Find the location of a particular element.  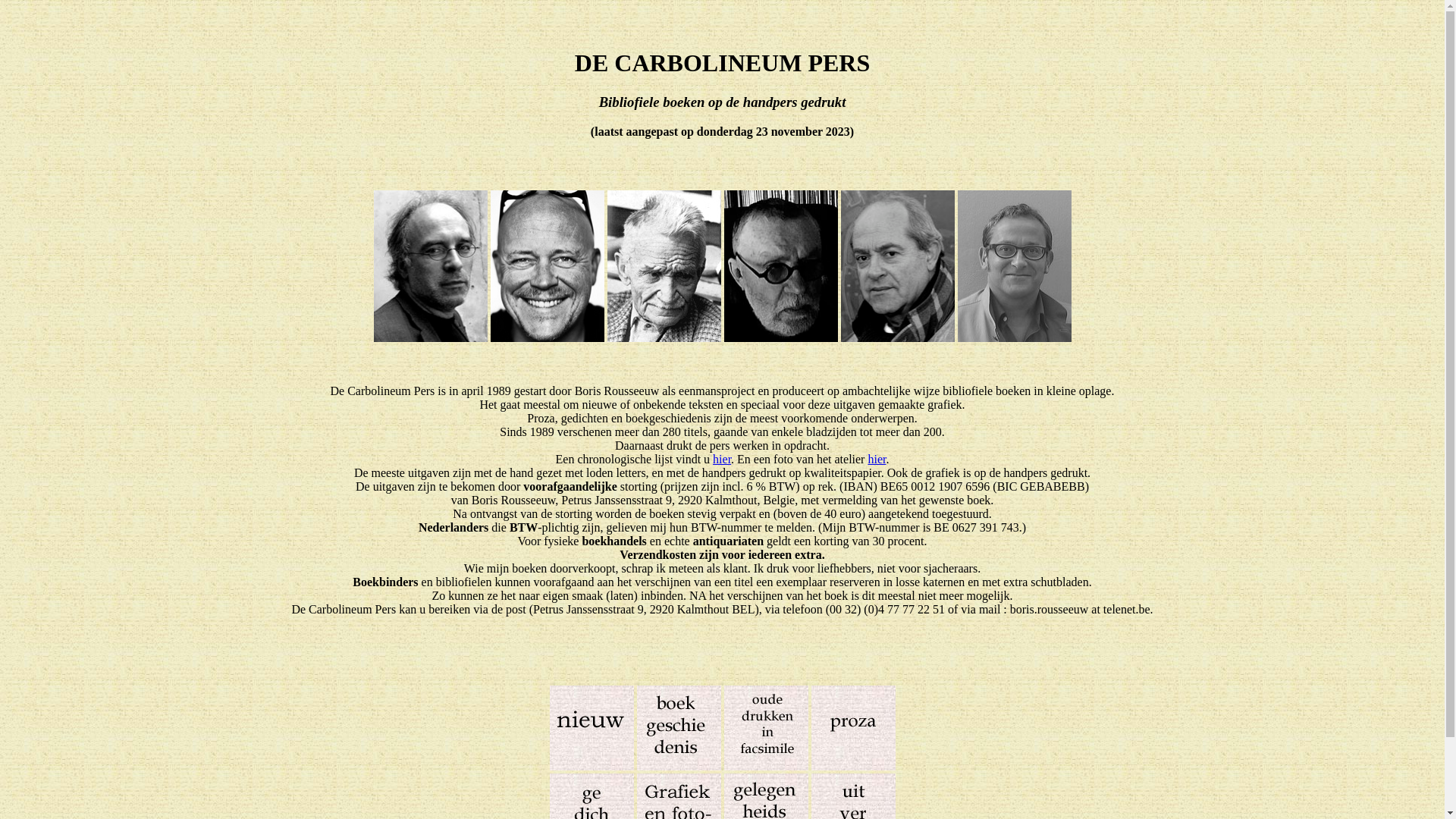

'hier' is located at coordinates (712, 458).